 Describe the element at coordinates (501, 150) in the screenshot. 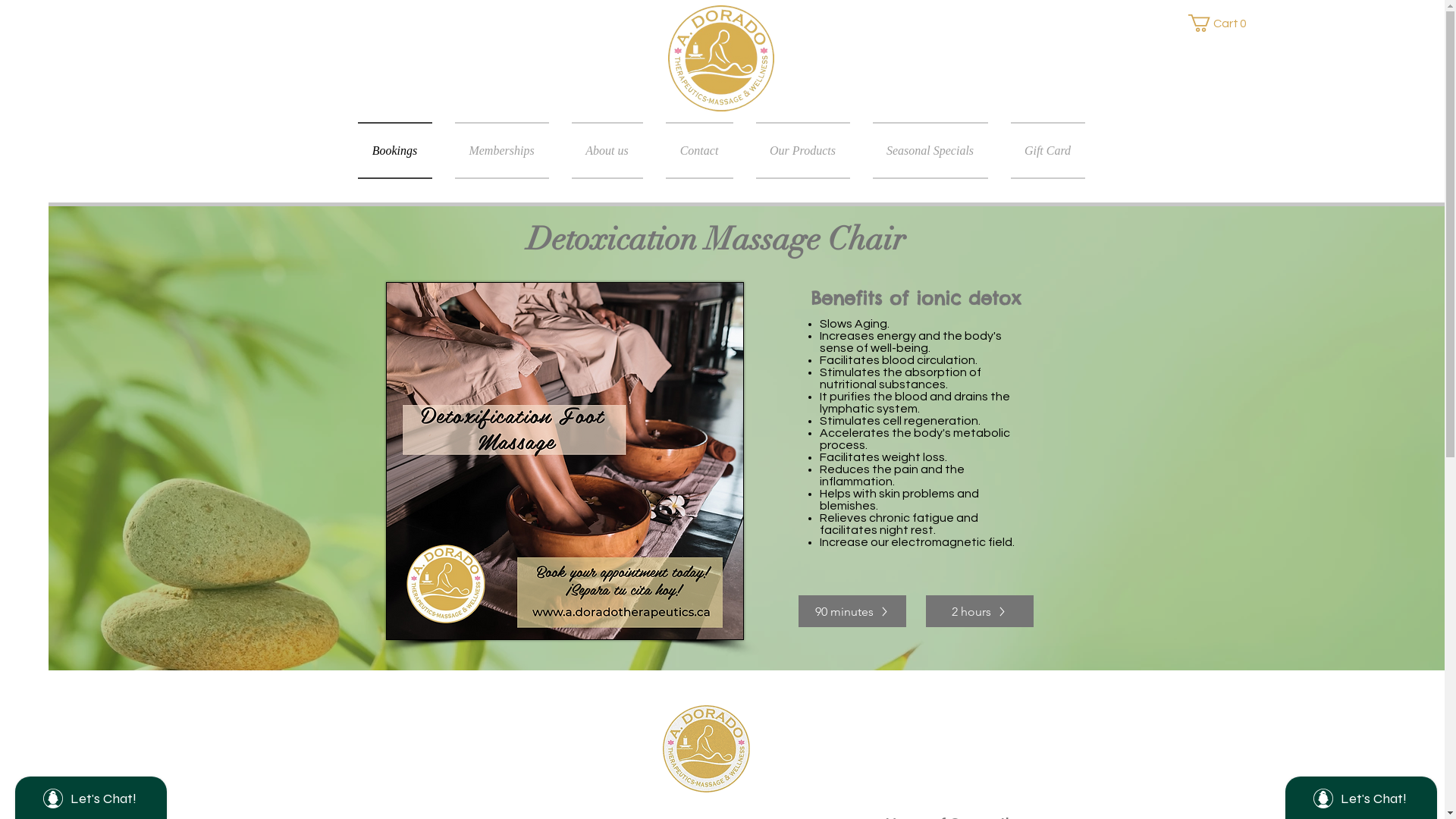

I see `'Memberships'` at that location.